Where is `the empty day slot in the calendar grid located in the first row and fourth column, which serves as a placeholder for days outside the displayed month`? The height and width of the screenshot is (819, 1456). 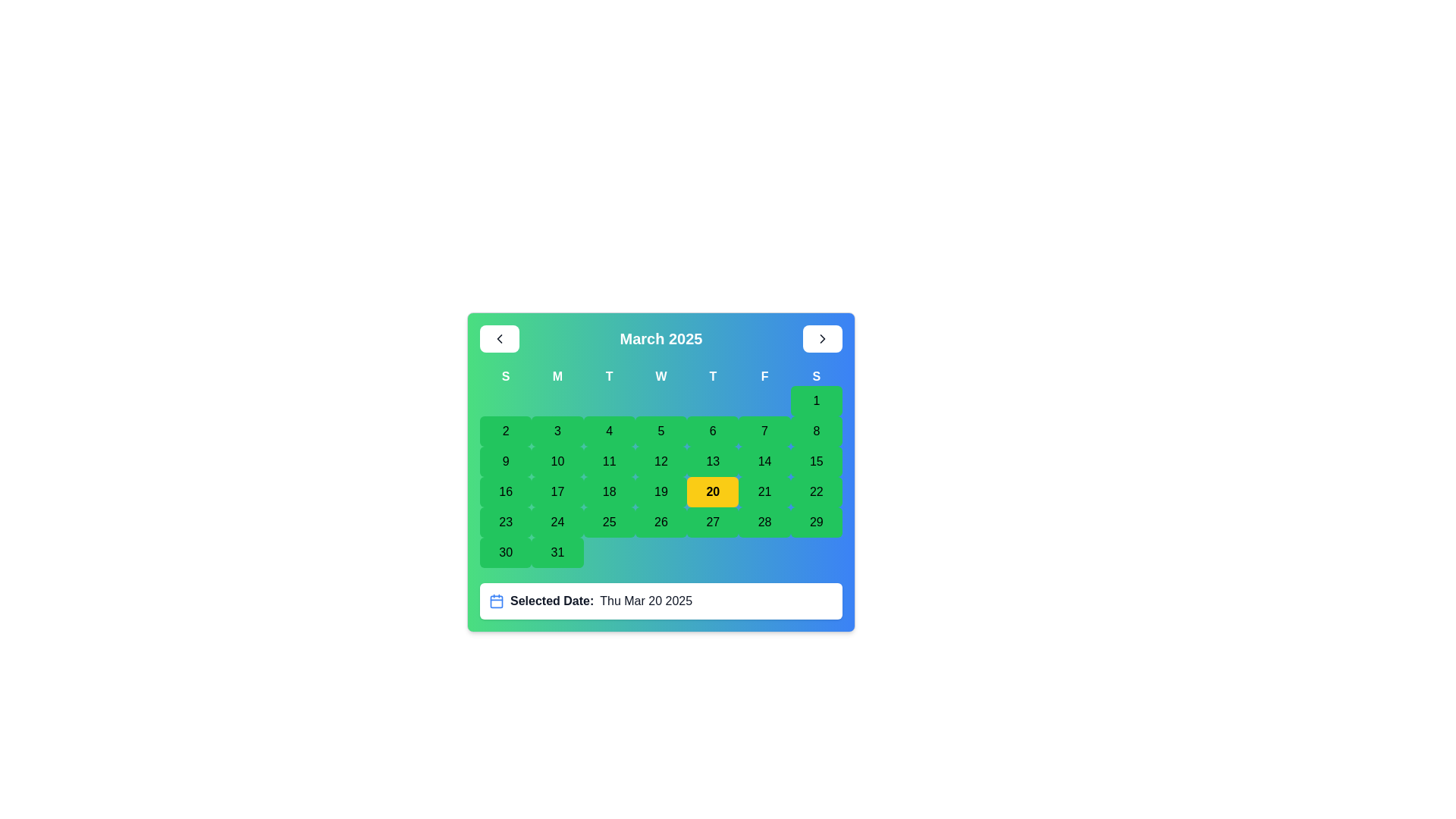 the empty day slot in the calendar grid located in the first row and fourth column, which serves as a placeholder for days outside the displayed month is located at coordinates (661, 400).